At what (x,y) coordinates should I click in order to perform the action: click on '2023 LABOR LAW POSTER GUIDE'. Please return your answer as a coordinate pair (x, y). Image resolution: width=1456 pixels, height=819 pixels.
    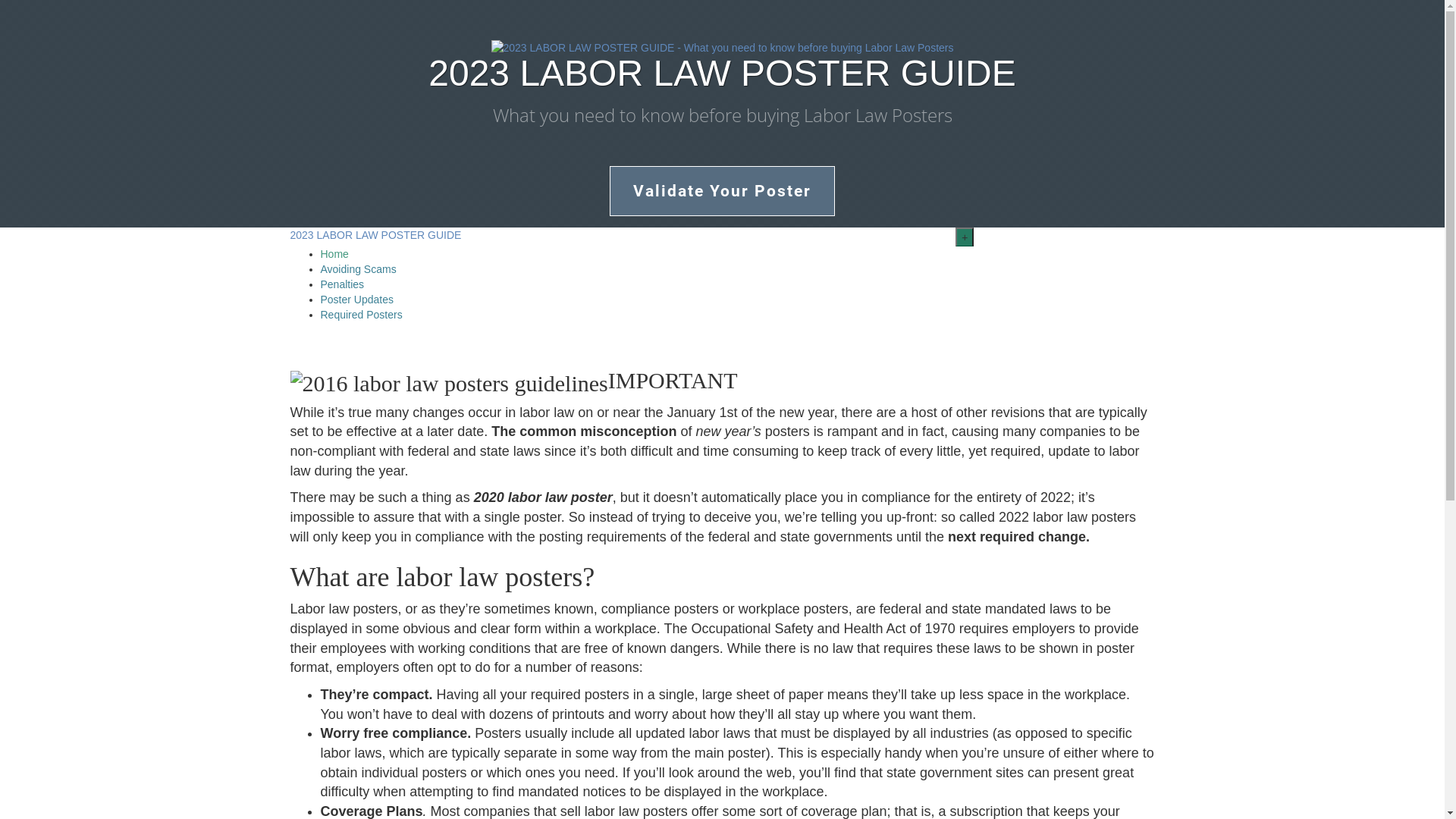
    Looking at the image, I should click on (375, 234).